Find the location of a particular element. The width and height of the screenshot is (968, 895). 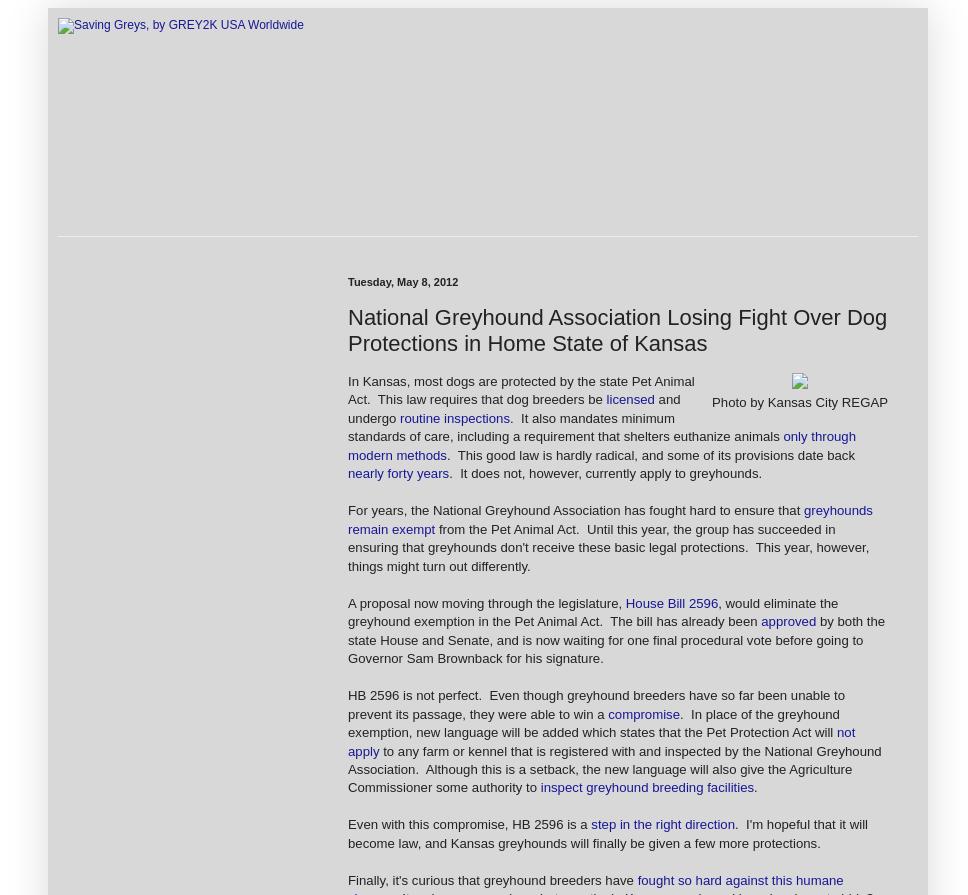

'In Kansas, most dogs are protected by the state Pet Animal Act.  This law requires that dog breeders be' is located at coordinates (520, 390).